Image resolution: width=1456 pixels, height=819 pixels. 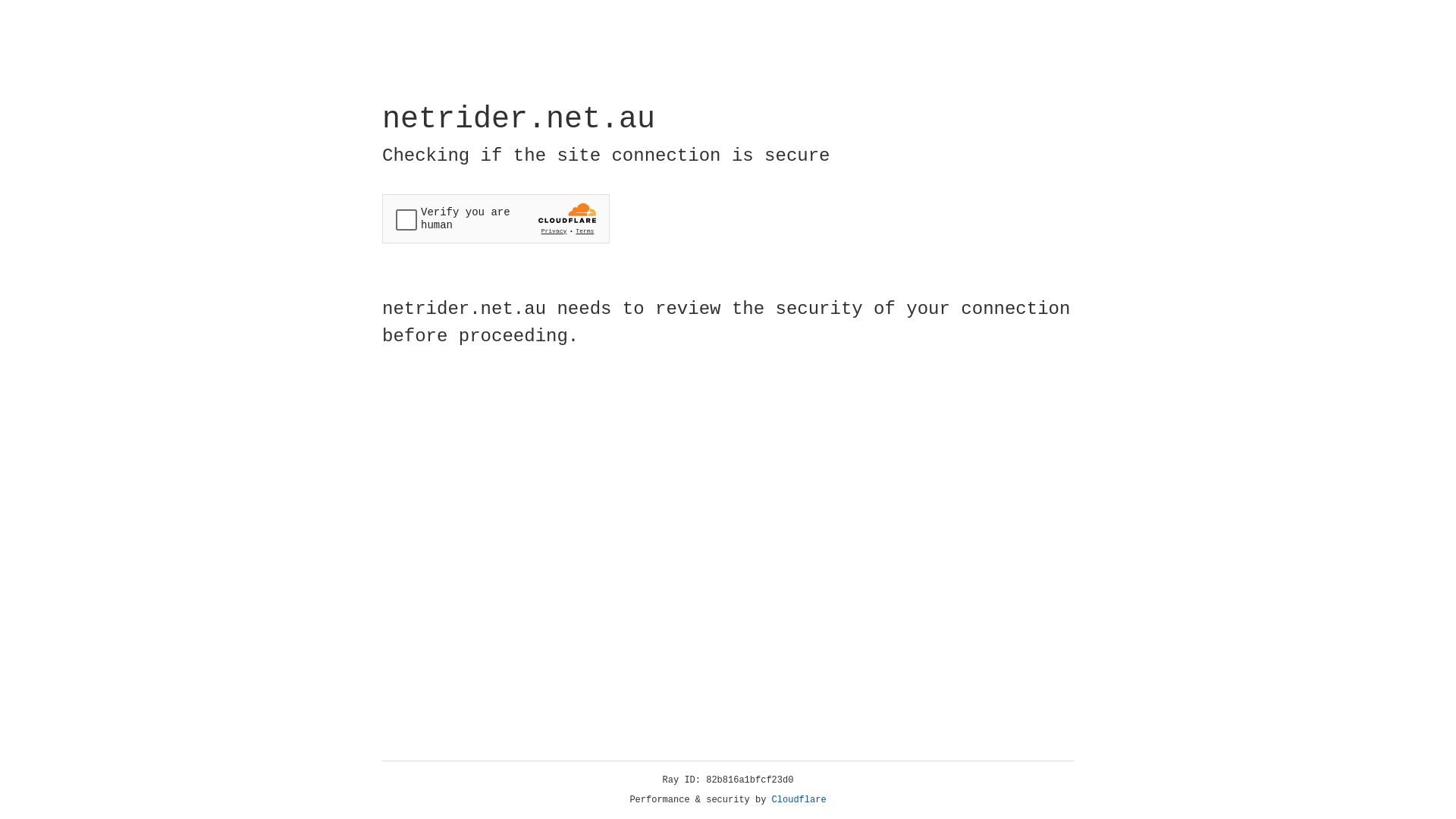 I want to click on 'Cloudflare', so click(x=799, y=799).